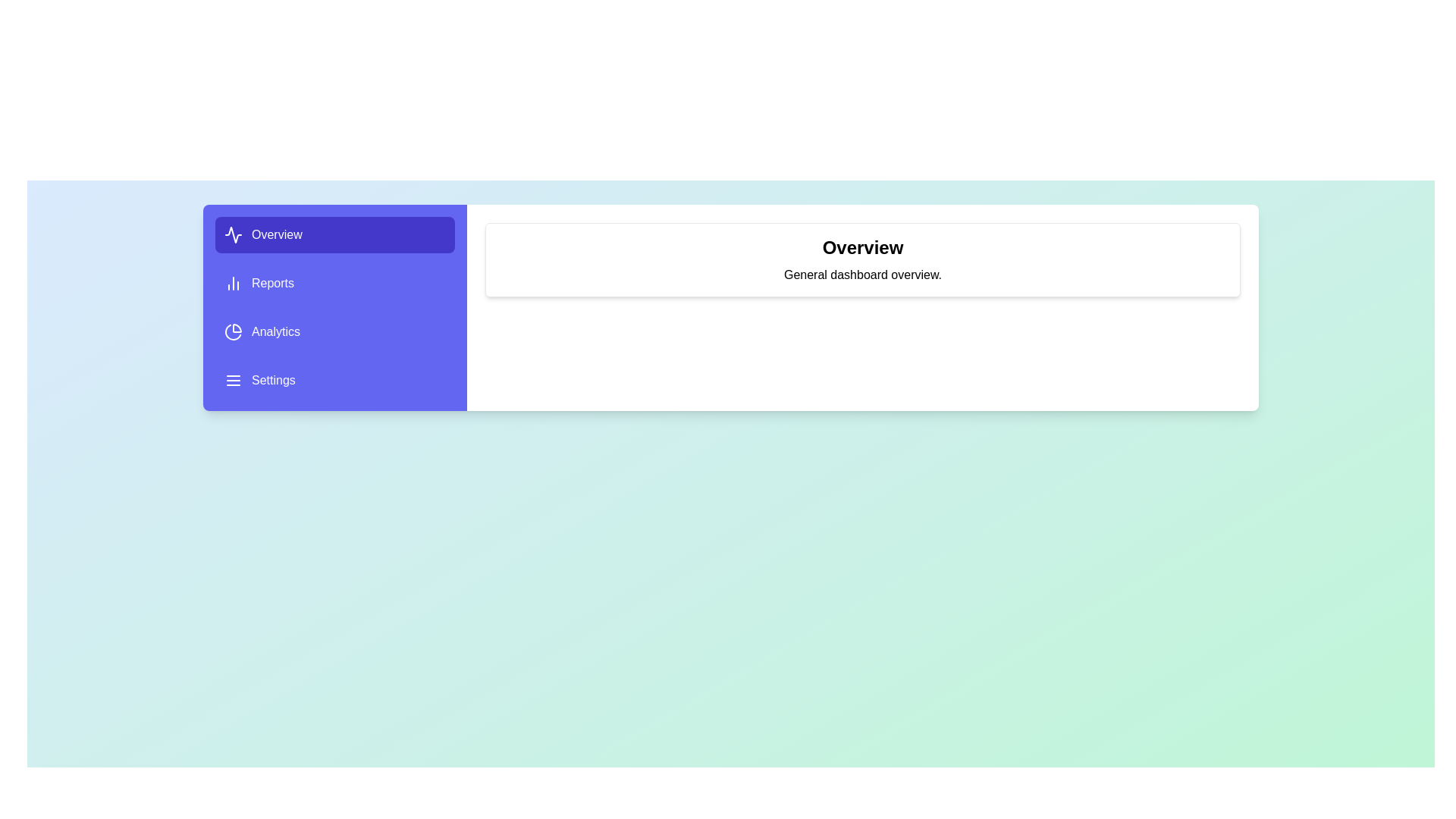  What do you see at coordinates (334, 234) in the screenshot?
I see `the menu item labeled Overview` at bounding box center [334, 234].